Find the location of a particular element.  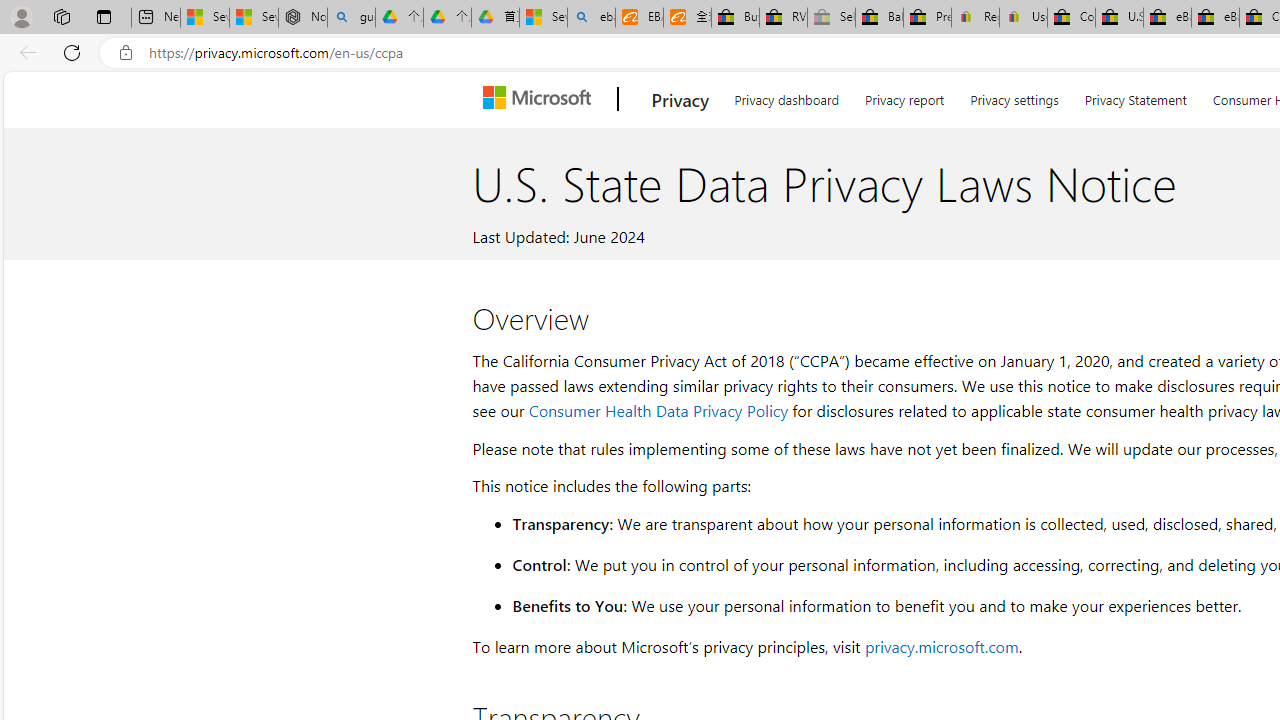

'Privacy Statement' is located at coordinates (1136, 96).